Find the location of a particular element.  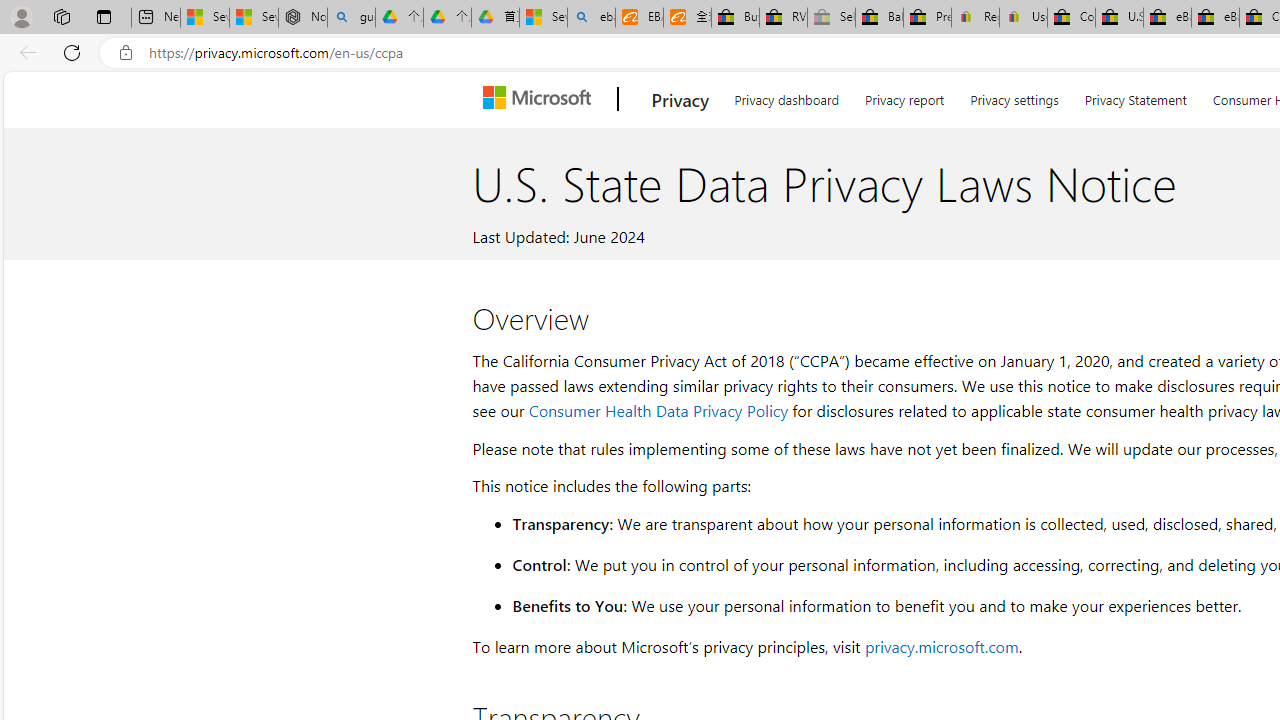

'Privacy Statement' is located at coordinates (1136, 96).